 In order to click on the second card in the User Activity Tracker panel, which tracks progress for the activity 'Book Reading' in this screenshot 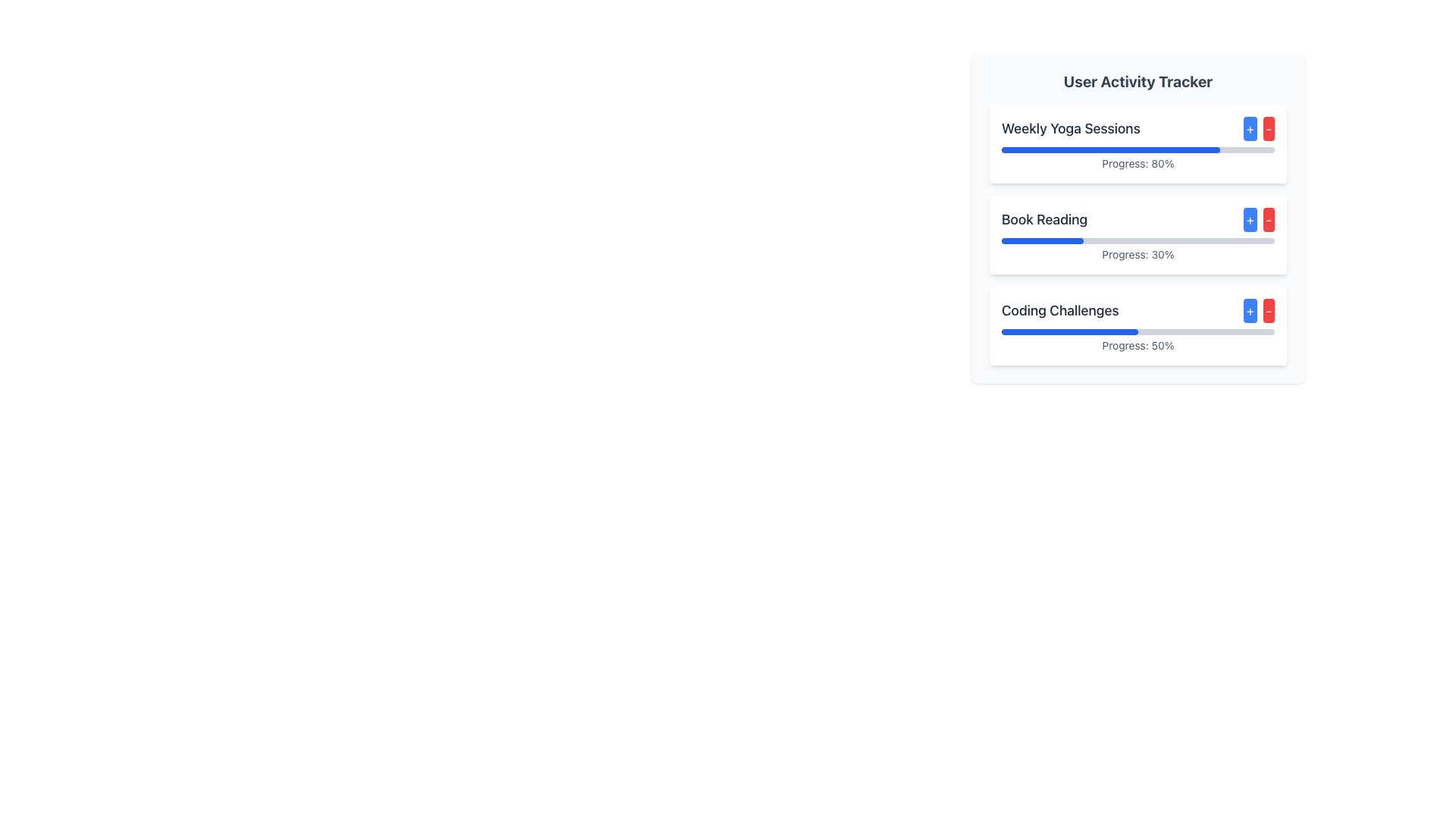, I will do `click(1138, 234)`.